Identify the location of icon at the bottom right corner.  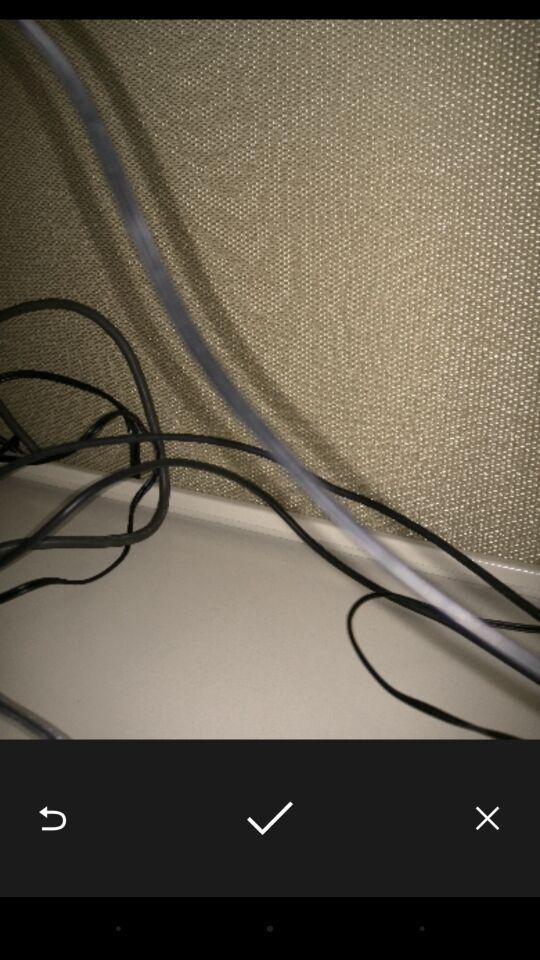
(486, 818).